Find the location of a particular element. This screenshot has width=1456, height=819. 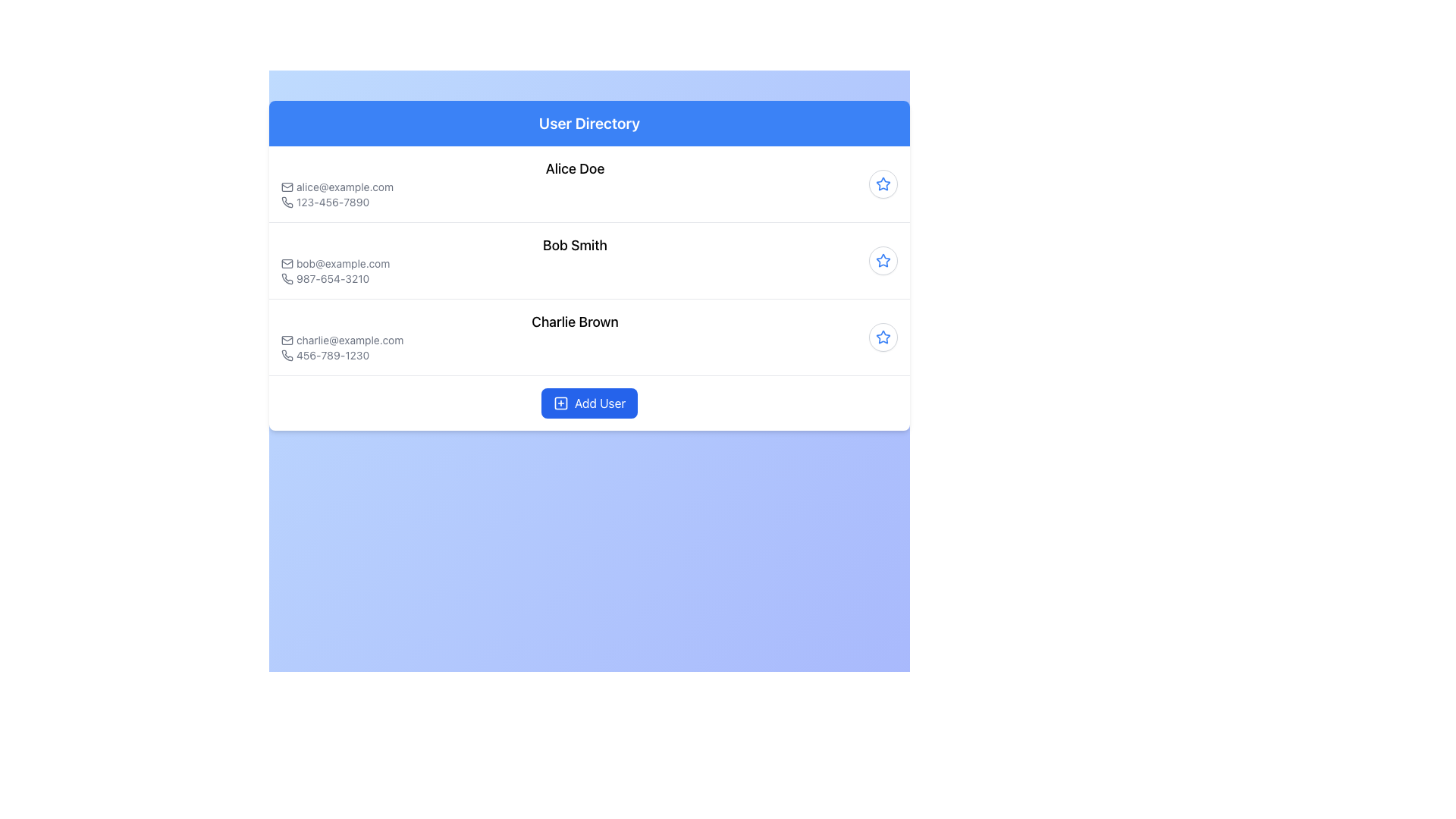

the star-shaped icon with a blue outline, located on the right side of the contact information for 'Charlie Brown' is located at coordinates (883, 259).